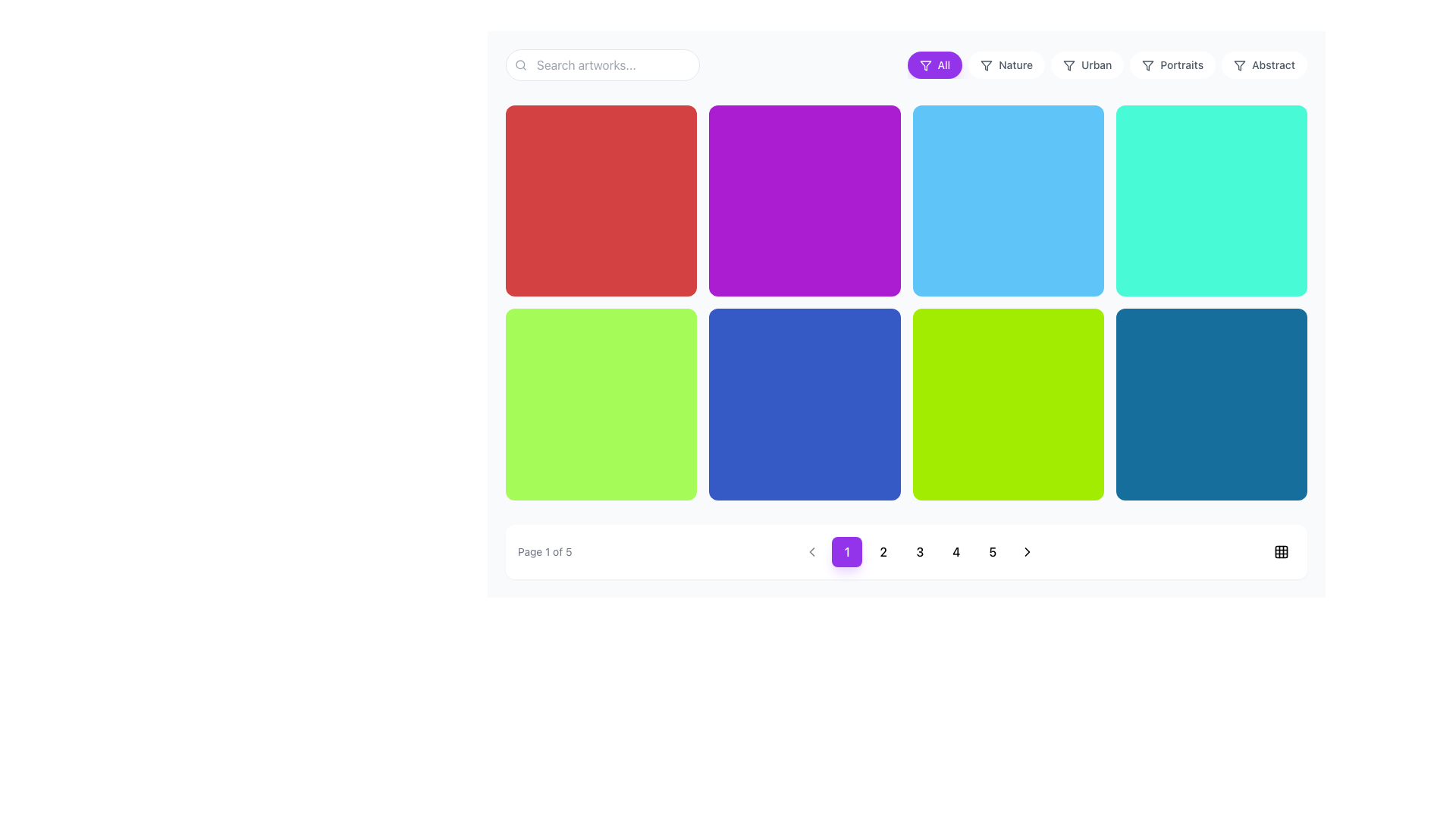  I want to click on the filter button for 'Abstract' content located at the top of the page, positioned between 'Portraits' and the end of the filter list, so click(1264, 64).